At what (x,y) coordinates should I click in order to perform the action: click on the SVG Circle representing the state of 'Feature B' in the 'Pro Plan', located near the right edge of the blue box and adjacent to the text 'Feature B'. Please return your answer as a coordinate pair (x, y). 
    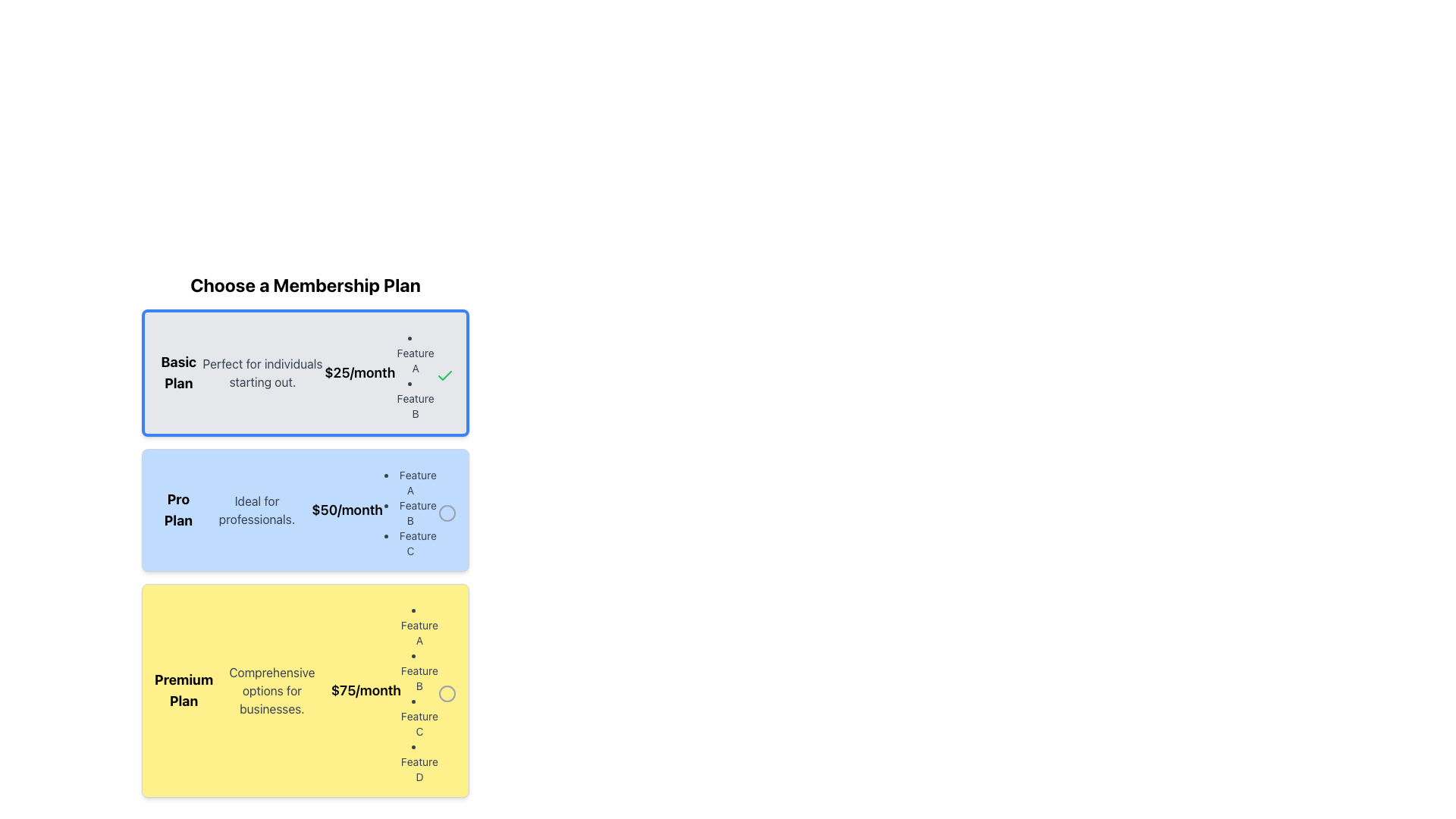
    Looking at the image, I should click on (447, 513).